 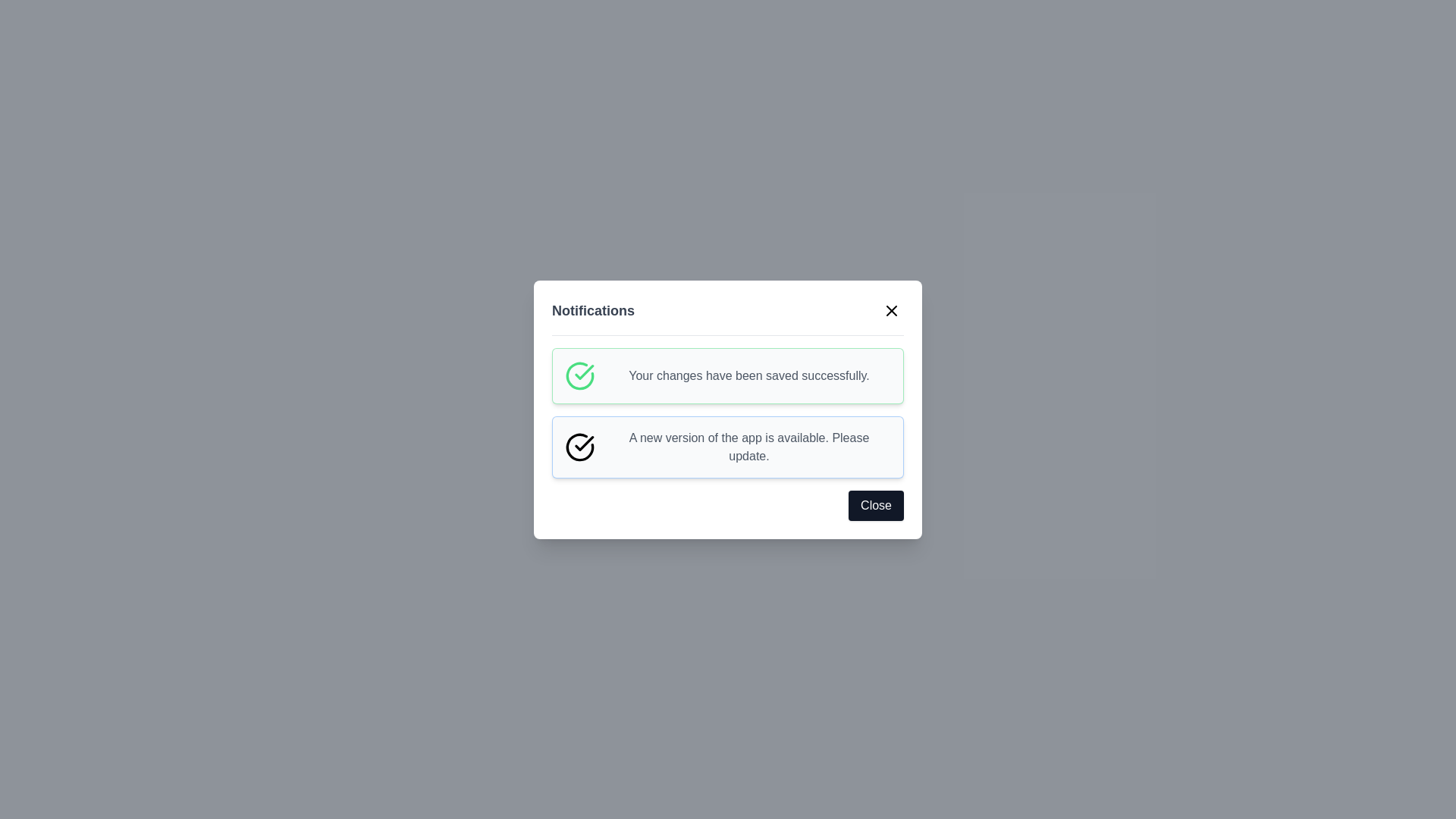 What do you see at coordinates (728, 375) in the screenshot?
I see `the information in the first notification box that says 'Your changes have been saved successfully.'` at bounding box center [728, 375].